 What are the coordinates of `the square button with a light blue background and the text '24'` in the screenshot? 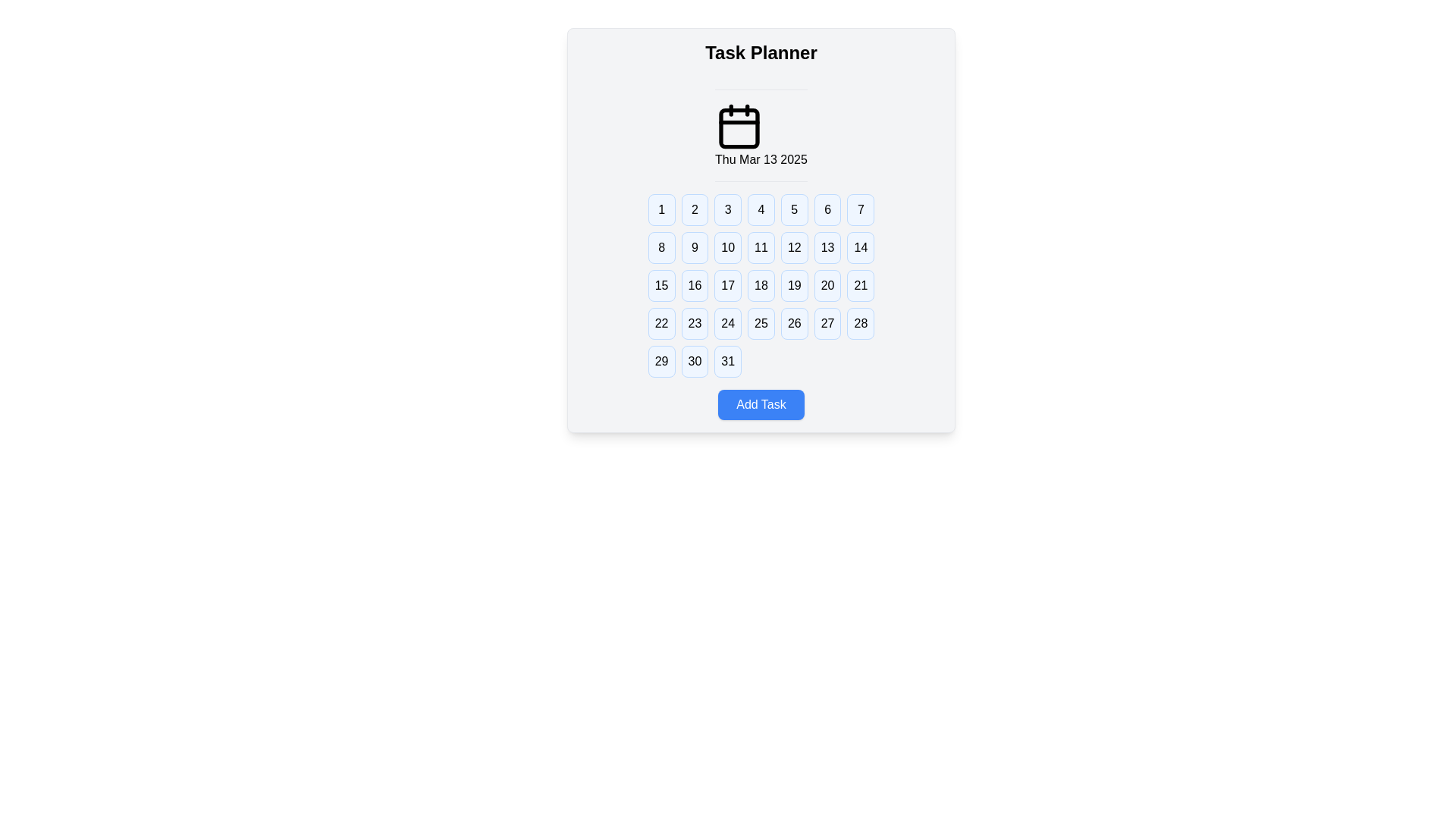 It's located at (728, 323).